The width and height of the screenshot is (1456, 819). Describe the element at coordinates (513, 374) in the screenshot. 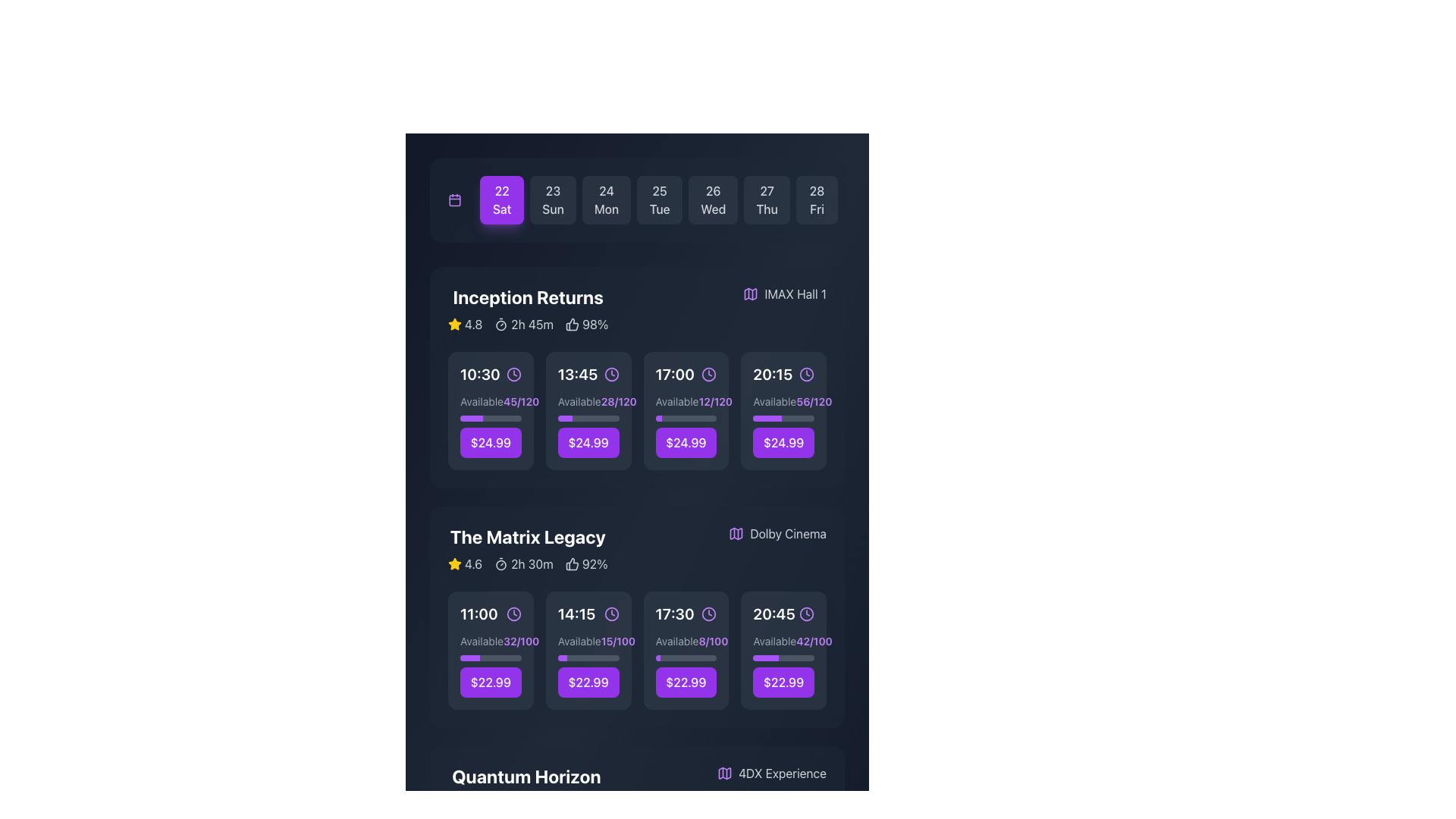

I see `the circular graphical element that represents the base of the clock icon located near the time indicator '10:30' for the movie 'Inception Returns'` at that location.